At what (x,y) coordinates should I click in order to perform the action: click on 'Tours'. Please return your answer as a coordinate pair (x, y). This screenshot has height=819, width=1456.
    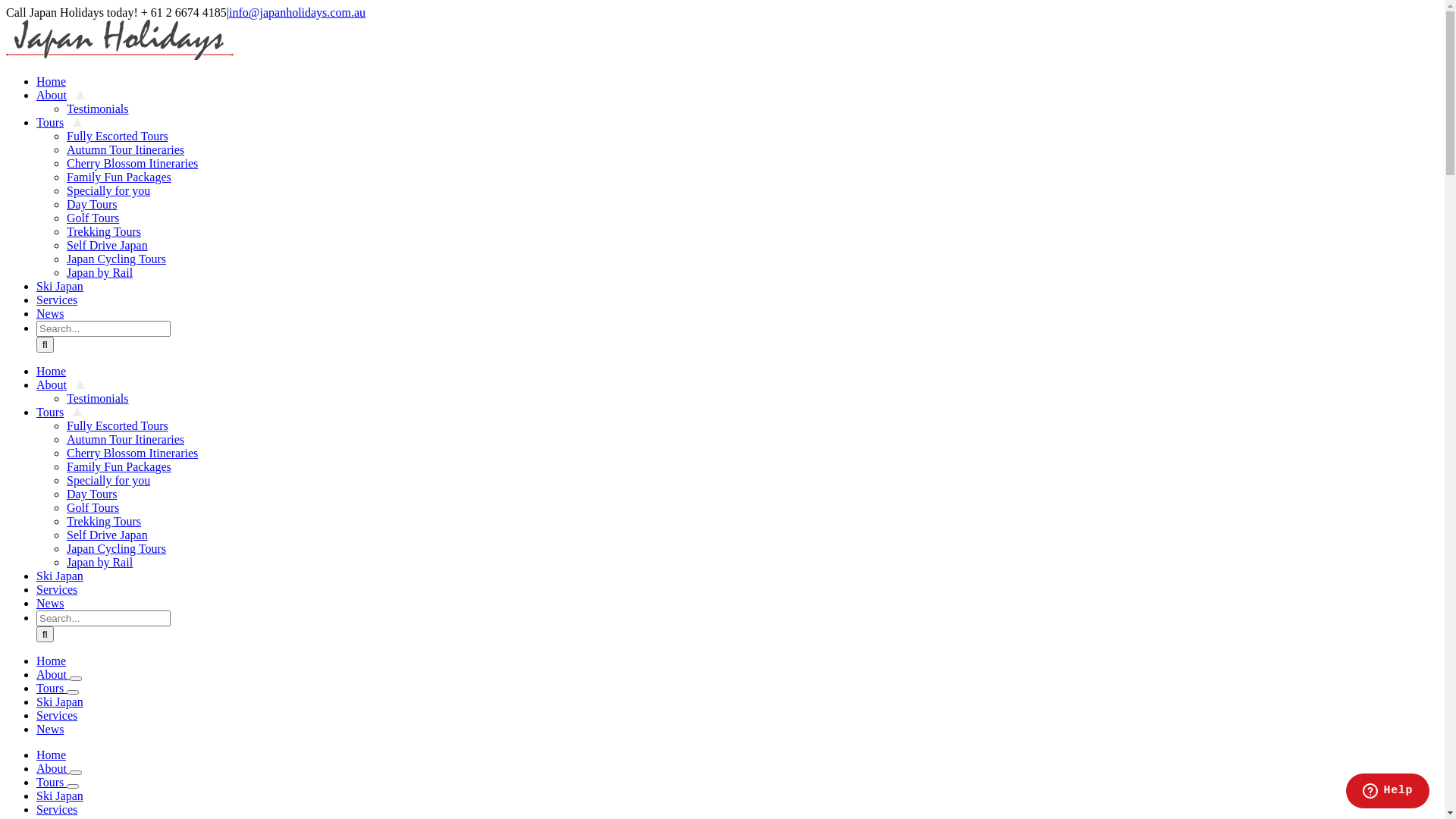
    Looking at the image, I should click on (58, 412).